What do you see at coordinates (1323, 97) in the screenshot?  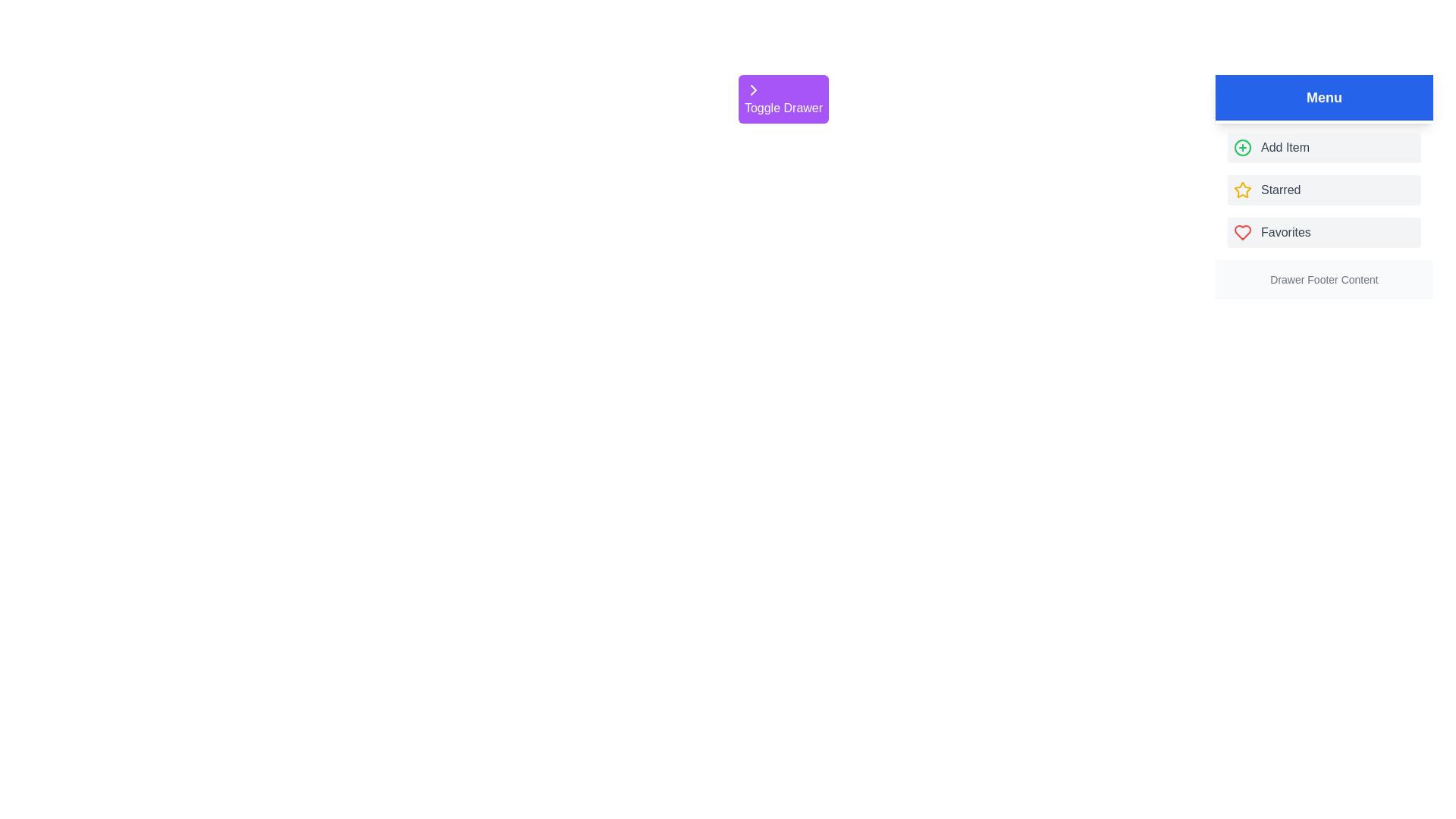 I see `the 'Menu' header in the drawer` at bounding box center [1323, 97].